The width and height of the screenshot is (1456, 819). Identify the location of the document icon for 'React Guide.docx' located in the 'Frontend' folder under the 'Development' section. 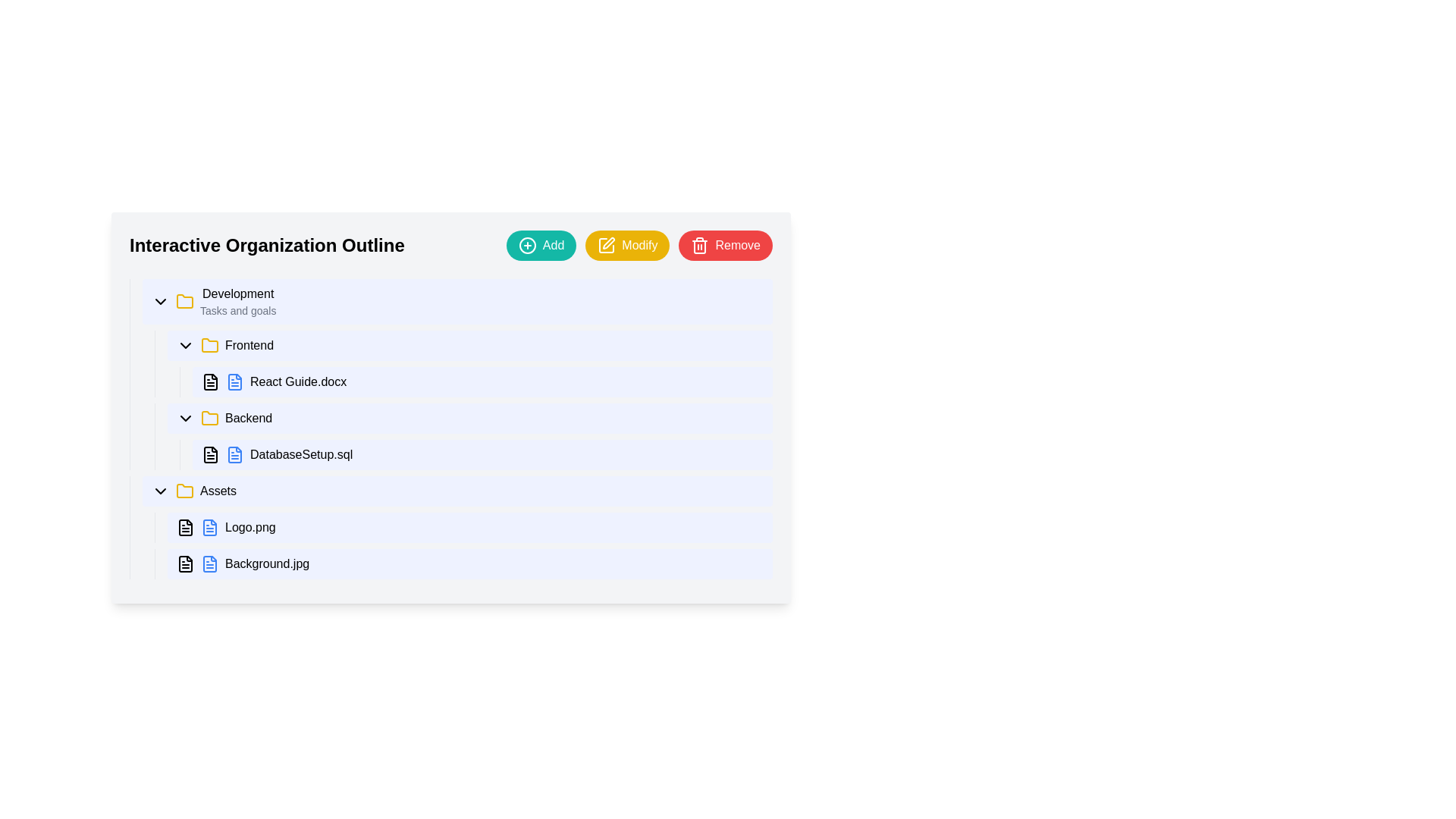
(234, 381).